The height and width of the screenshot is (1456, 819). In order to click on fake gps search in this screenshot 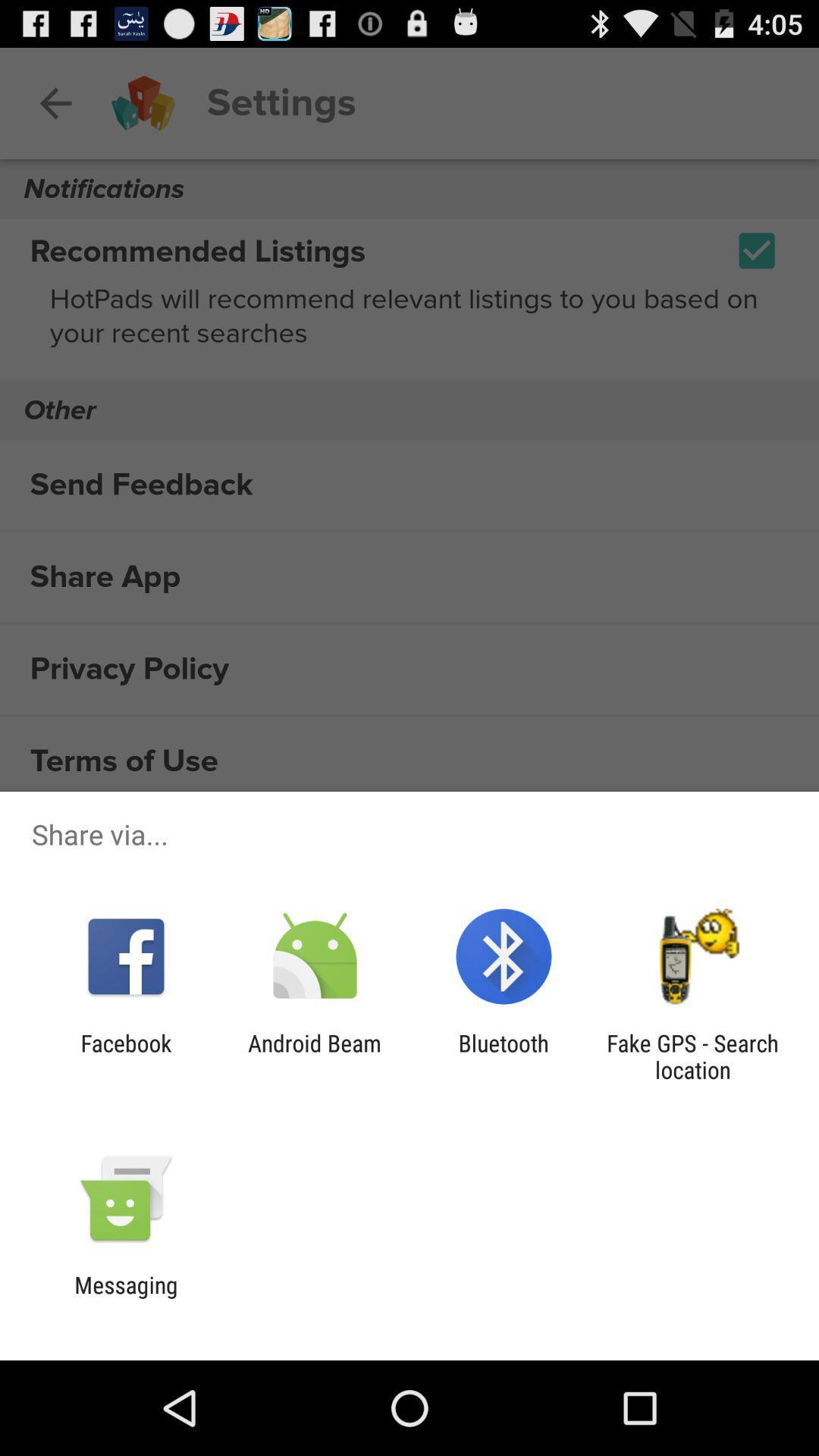, I will do `click(692, 1056)`.